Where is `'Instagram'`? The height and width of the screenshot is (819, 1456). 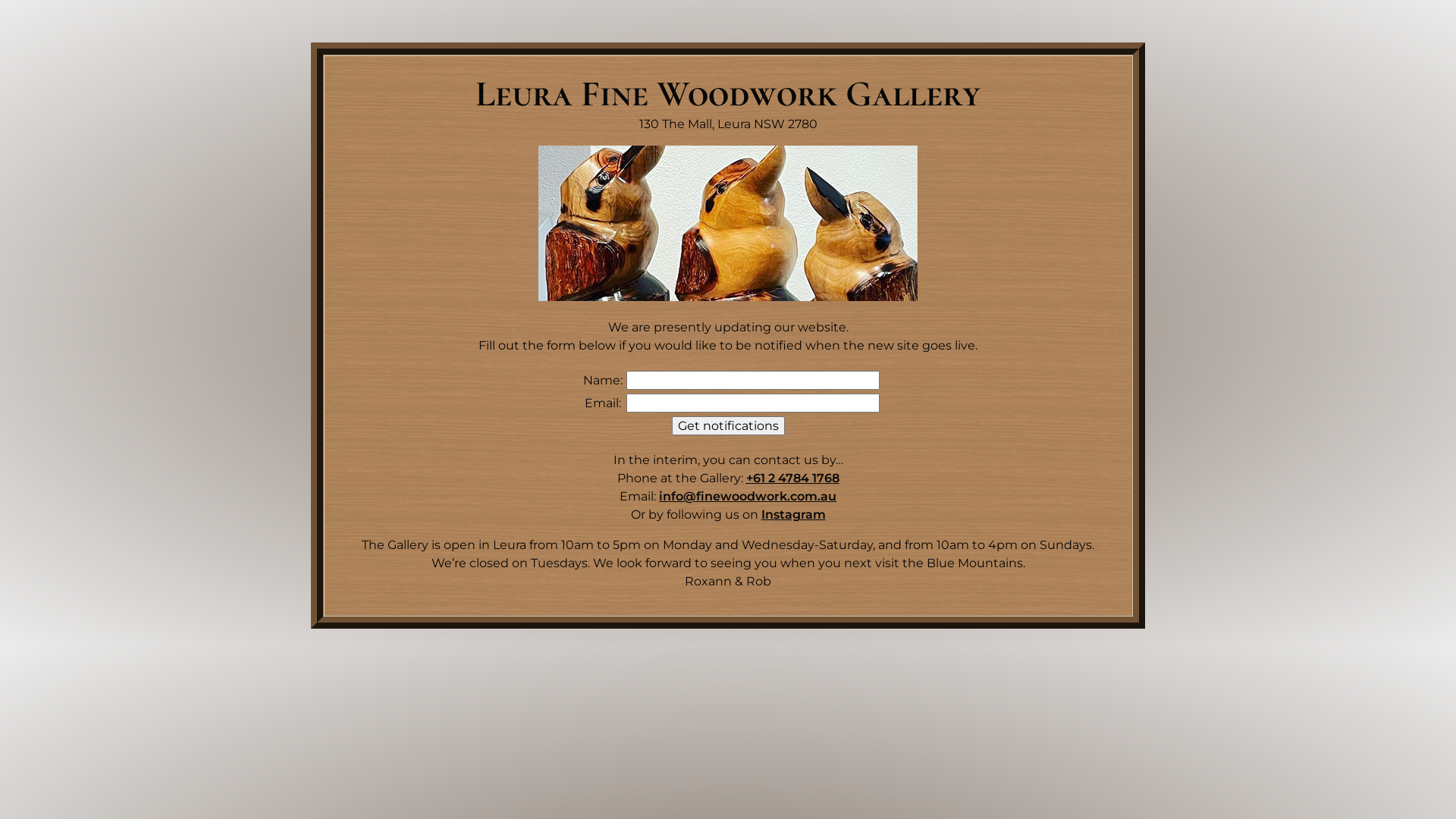
'Instagram' is located at coordinates (792, 513).